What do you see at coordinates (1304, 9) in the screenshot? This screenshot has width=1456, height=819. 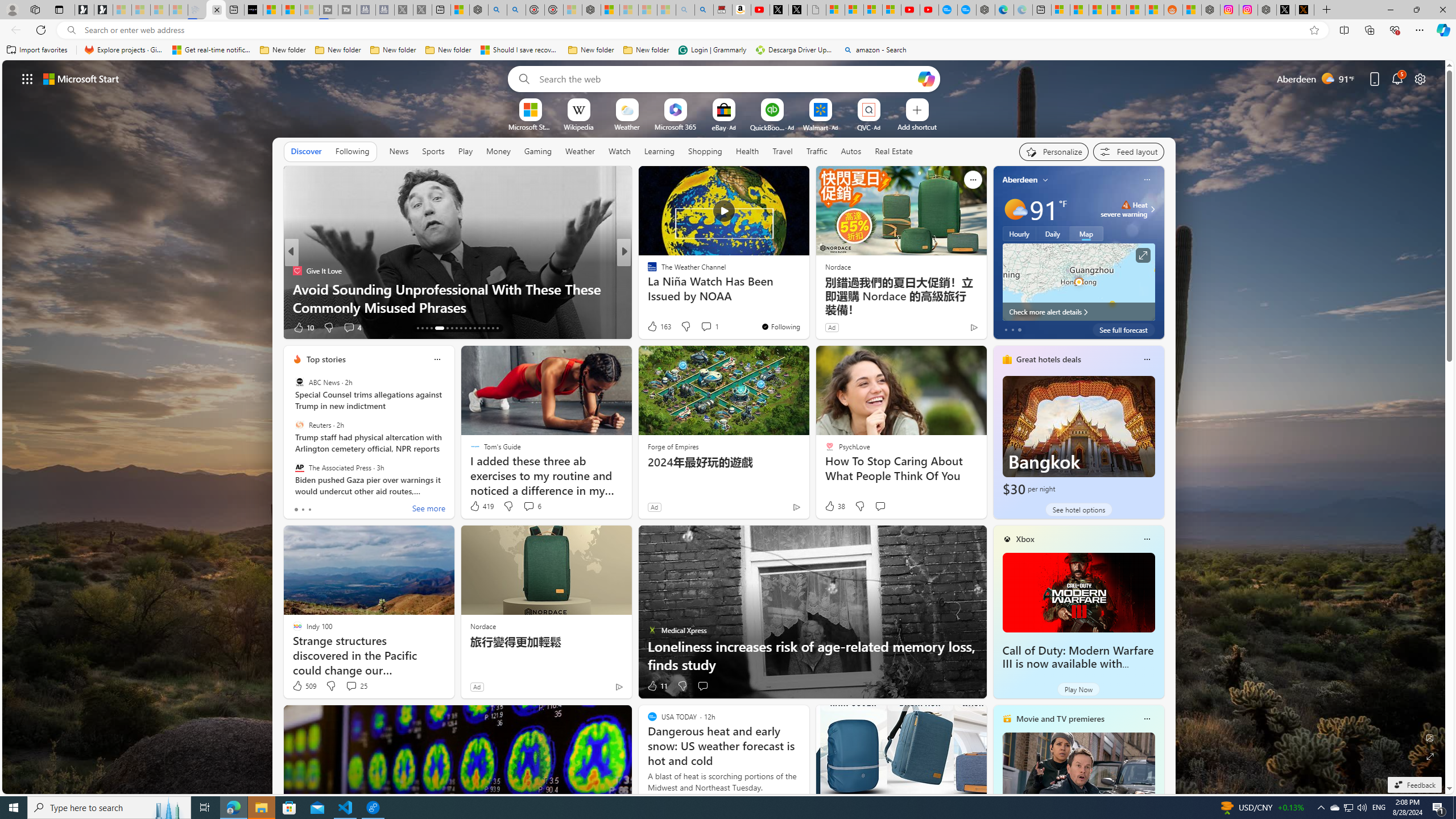 I see `'help.x.com | 524: A timeout occurred'` at bounding box center [1304, 9].